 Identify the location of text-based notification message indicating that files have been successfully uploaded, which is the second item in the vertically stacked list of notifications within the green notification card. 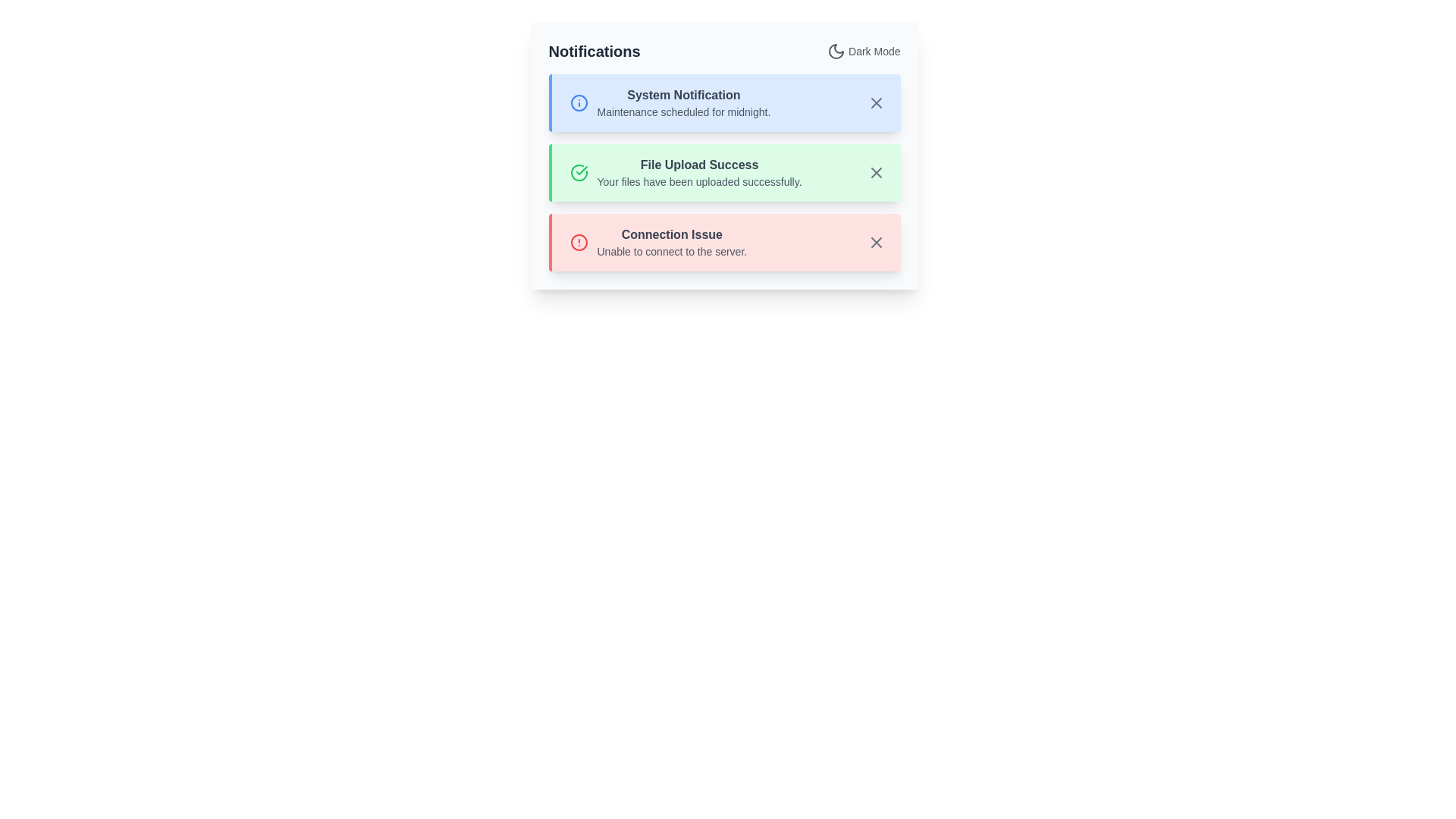
(698, 171).